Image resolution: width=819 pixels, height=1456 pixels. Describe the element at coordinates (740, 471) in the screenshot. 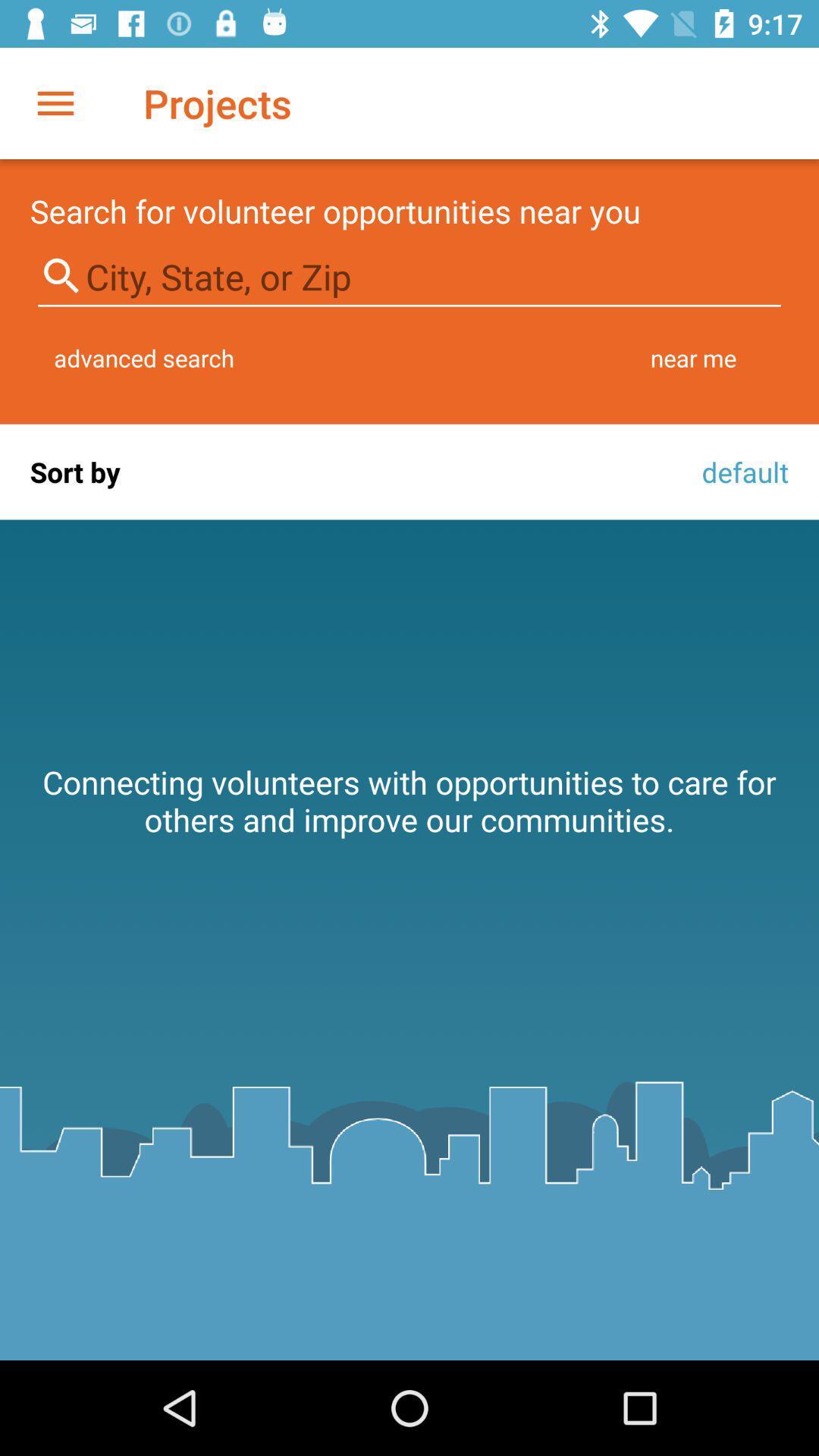

I see `the item above the connecting volunteers with icon` at that location.